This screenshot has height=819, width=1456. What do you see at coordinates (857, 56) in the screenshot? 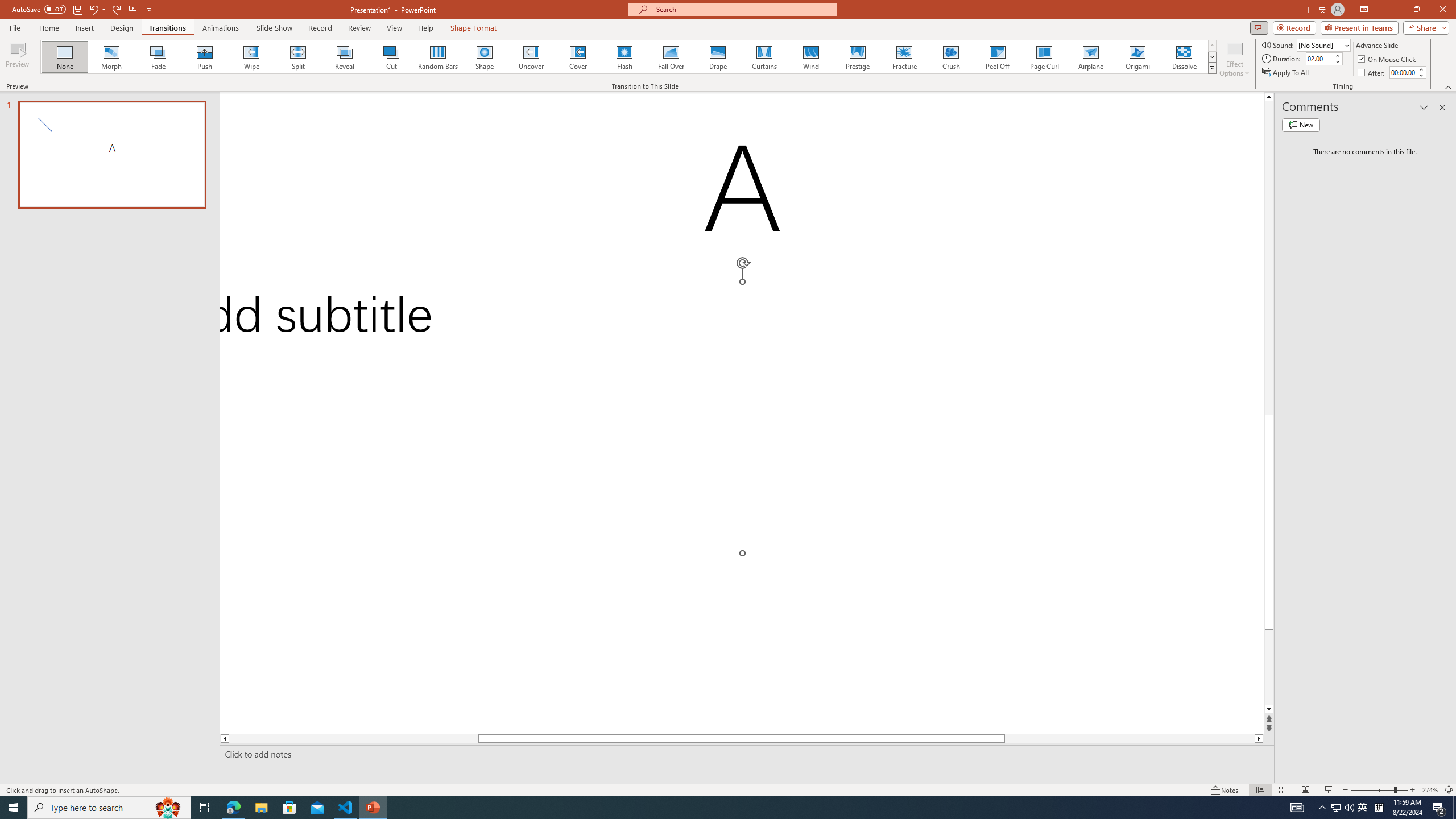
I see `'Prestige'` at bounding box center [857, 56].